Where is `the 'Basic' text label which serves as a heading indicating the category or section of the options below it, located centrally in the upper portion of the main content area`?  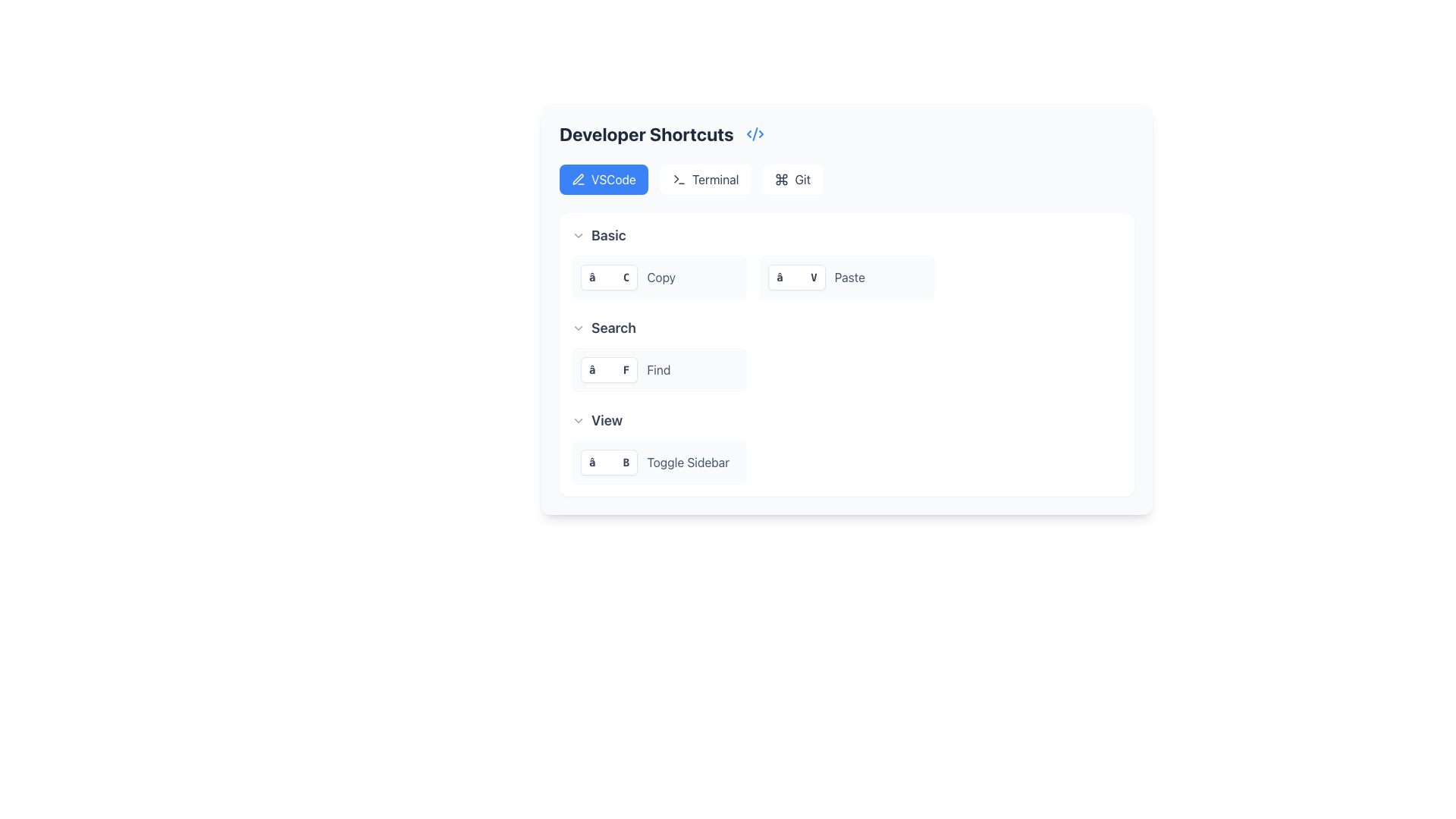 the 'Basic' text label which serves as a heading indicating the category or section of the options below it, located centrally in the upper portion of the main content area is located at coordinates (608, 236).